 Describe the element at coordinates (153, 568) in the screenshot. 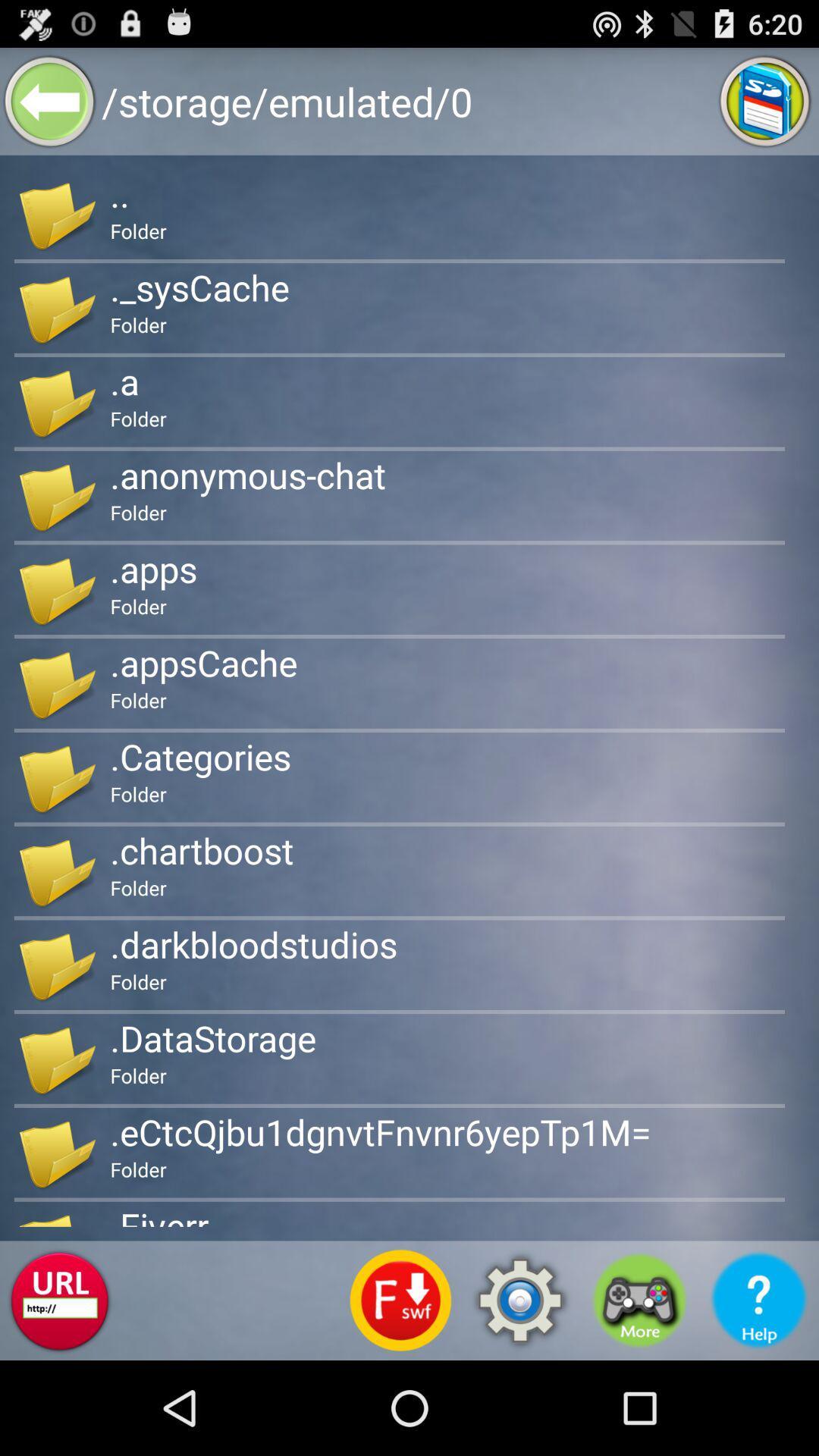

I see `.apps item` at that location.